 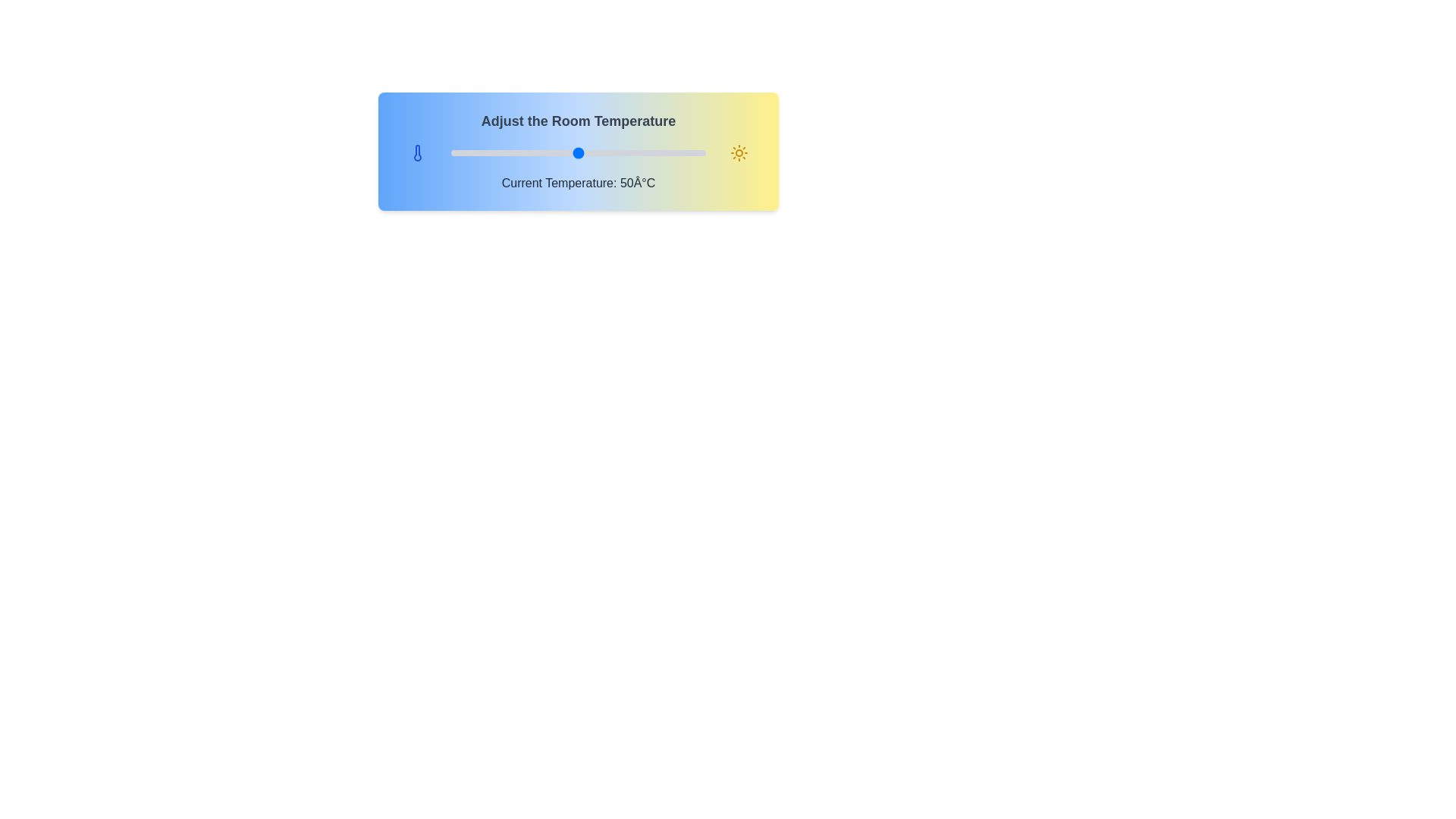 I want to click on the temperature slider to 8°C, so click(x=470, y=152).